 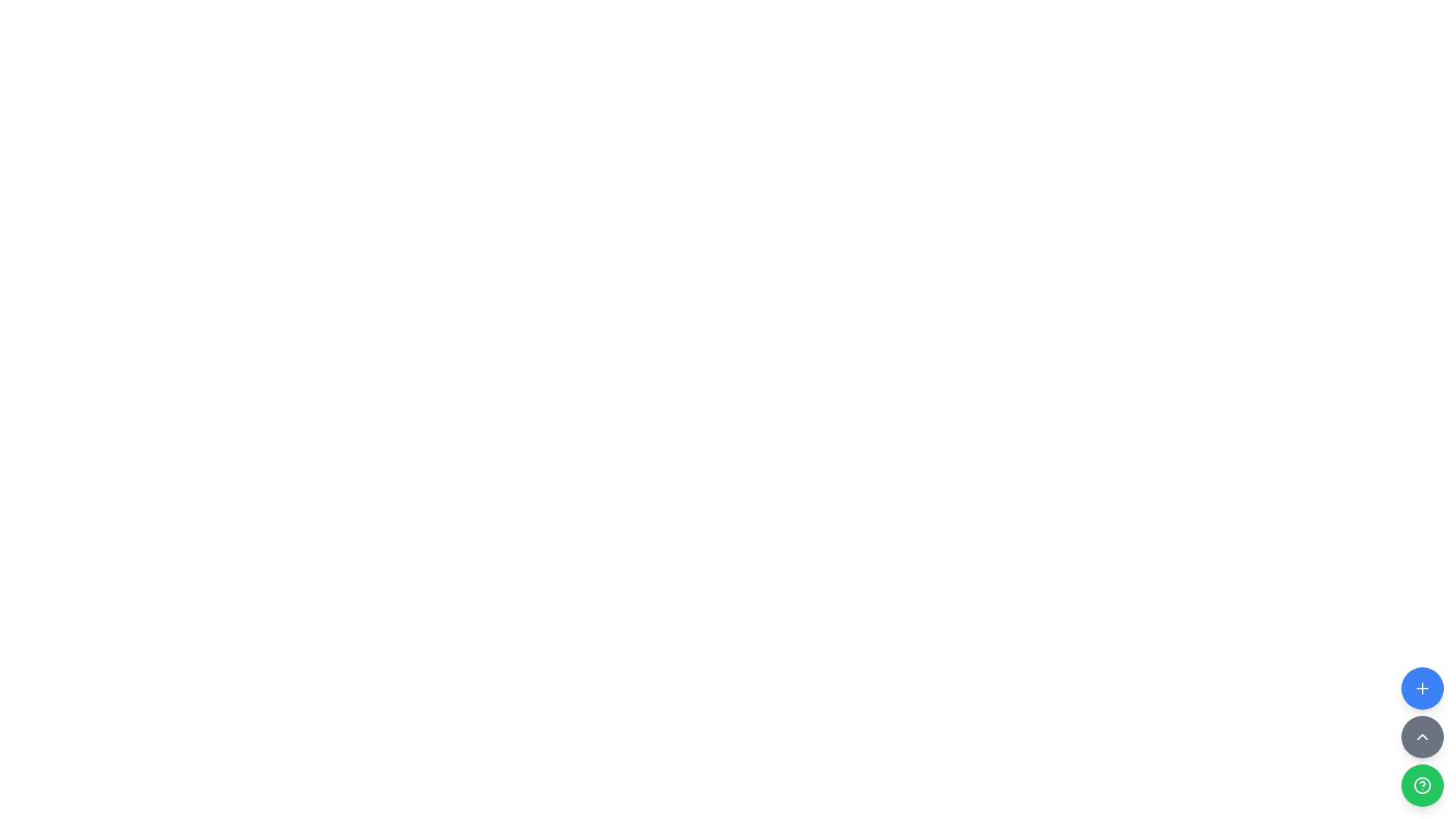 I want to click on the help icon located at the bottom-right corner of the interface, so click(x=1422, y=785).